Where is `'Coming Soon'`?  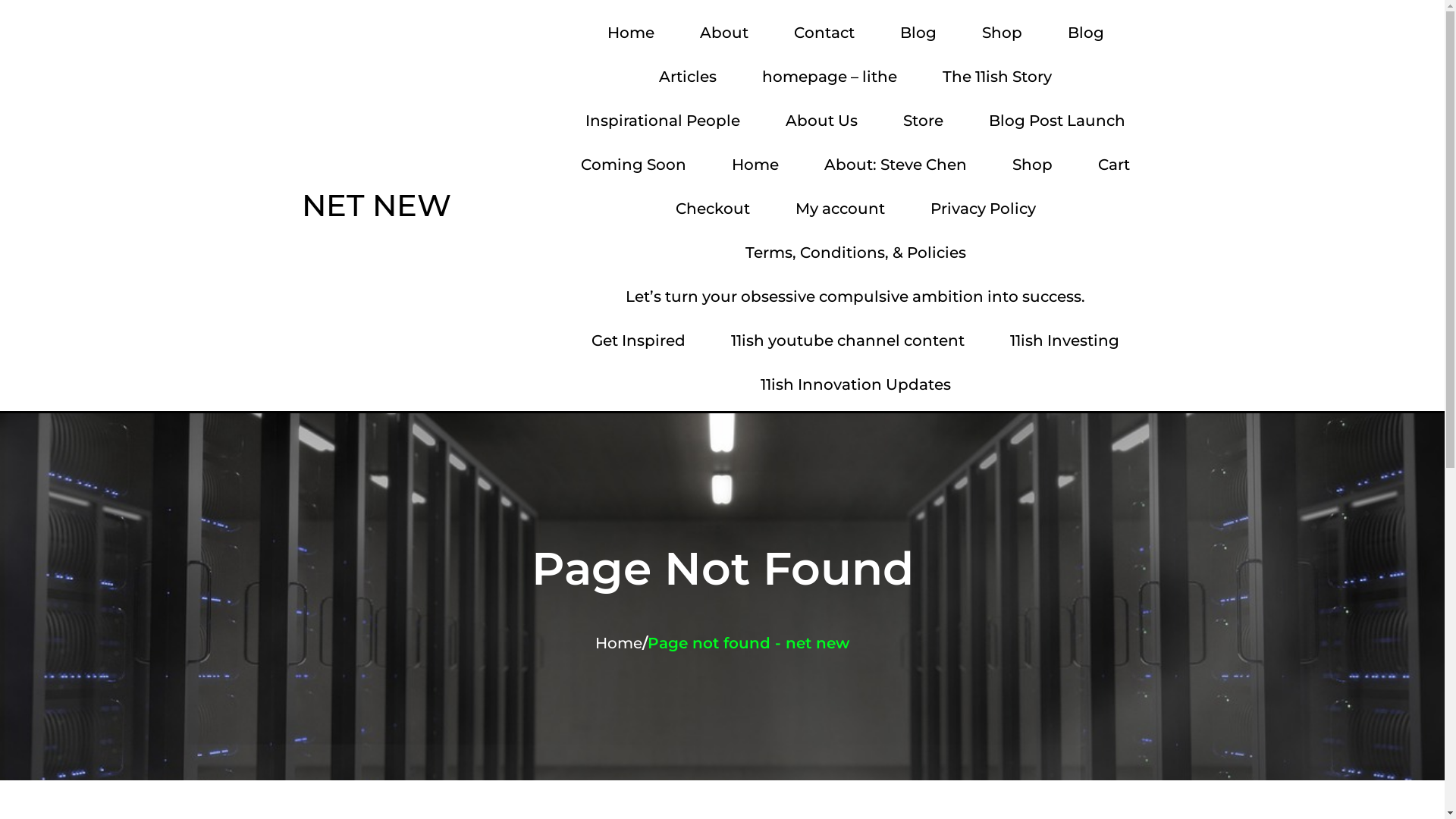
'Coming Soon' is located at coordinates (633, 164).